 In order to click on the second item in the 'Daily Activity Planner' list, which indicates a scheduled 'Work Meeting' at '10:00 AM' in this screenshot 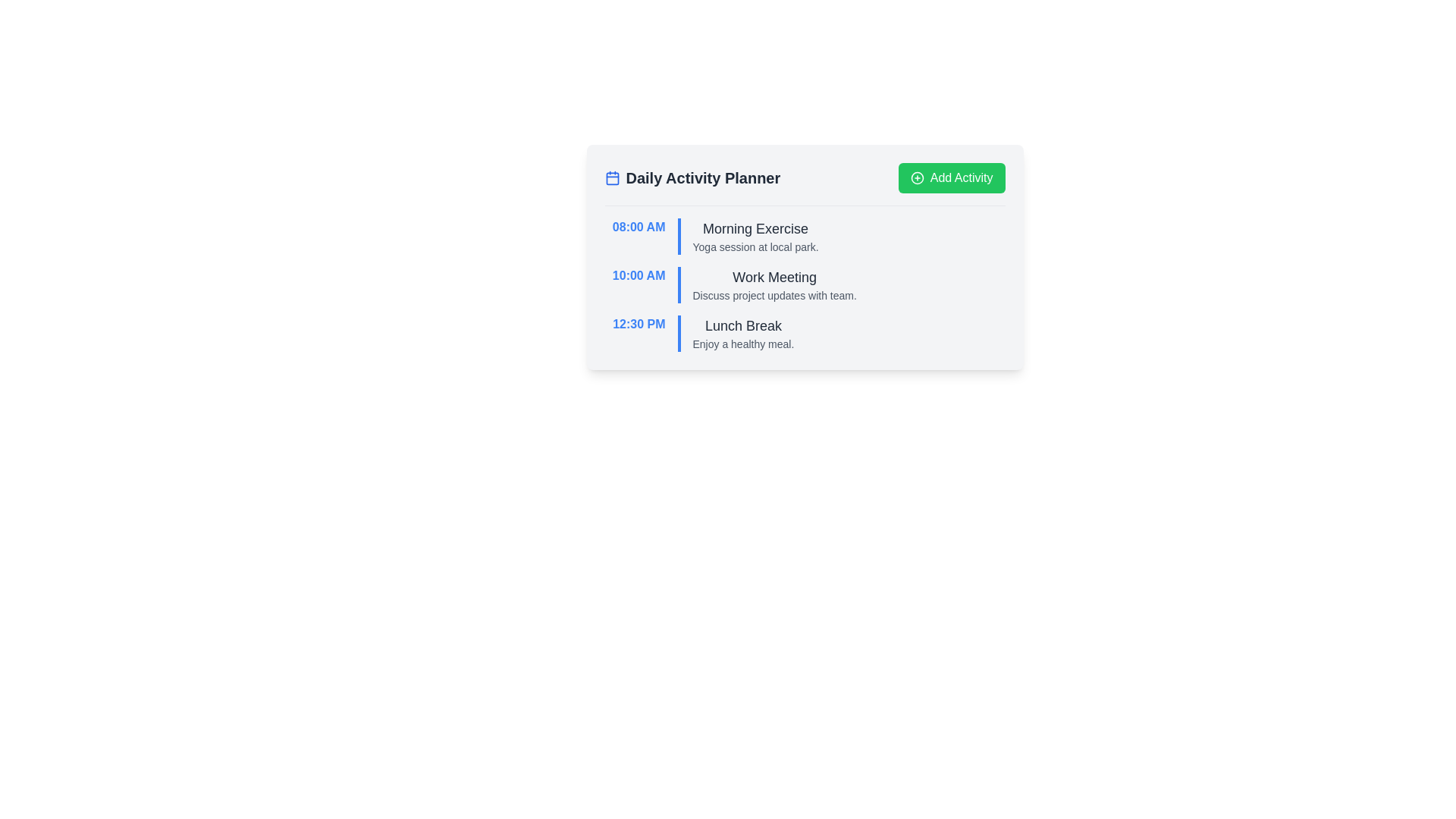, I will do `click(804, 284)`.